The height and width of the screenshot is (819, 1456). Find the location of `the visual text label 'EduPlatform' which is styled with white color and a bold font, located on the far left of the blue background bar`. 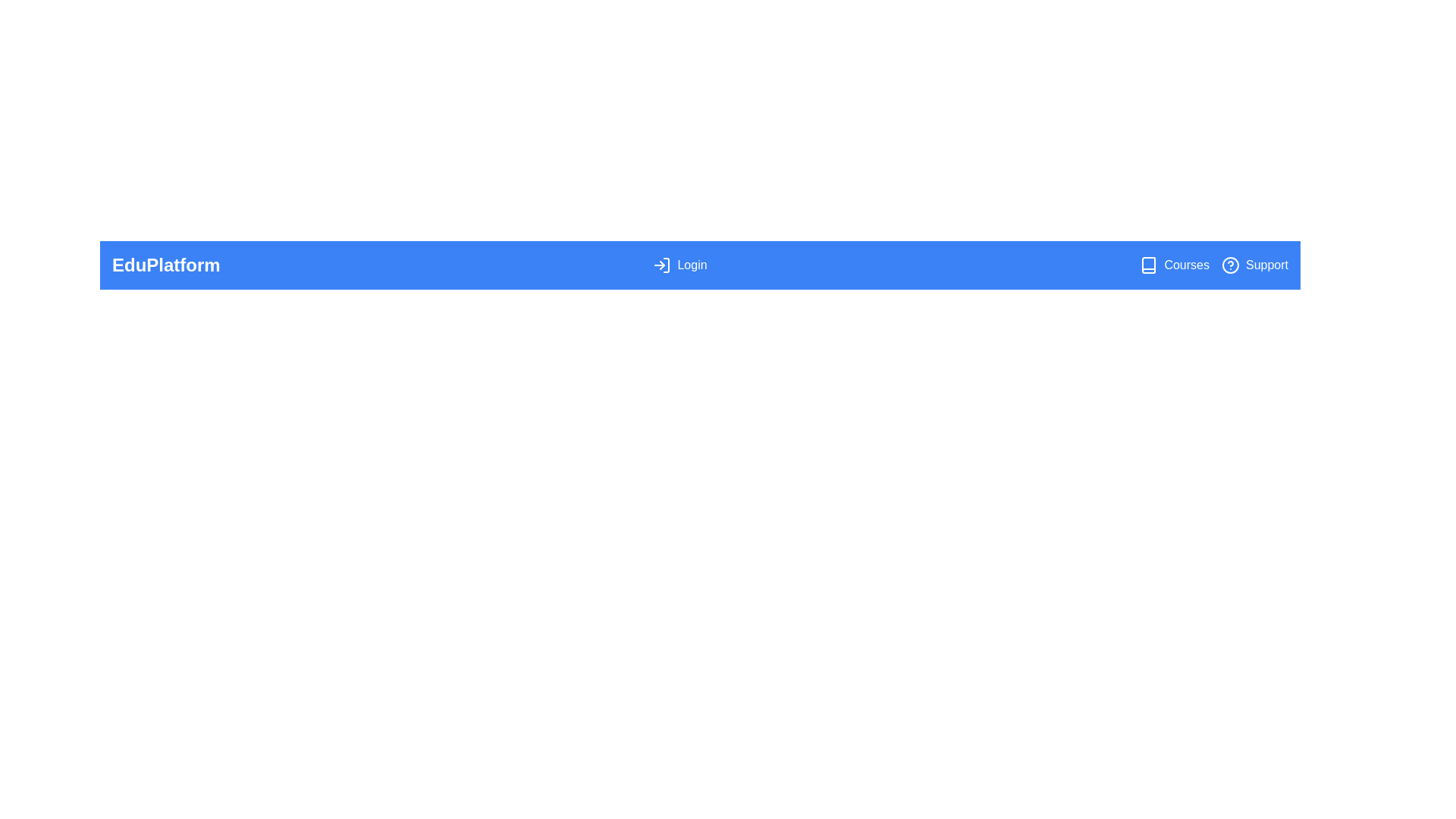

the visual text label 'EduPlatform' which is styled with white color and a bold font, located on the far left of the blue background bar is located at coordinates (166, 265).